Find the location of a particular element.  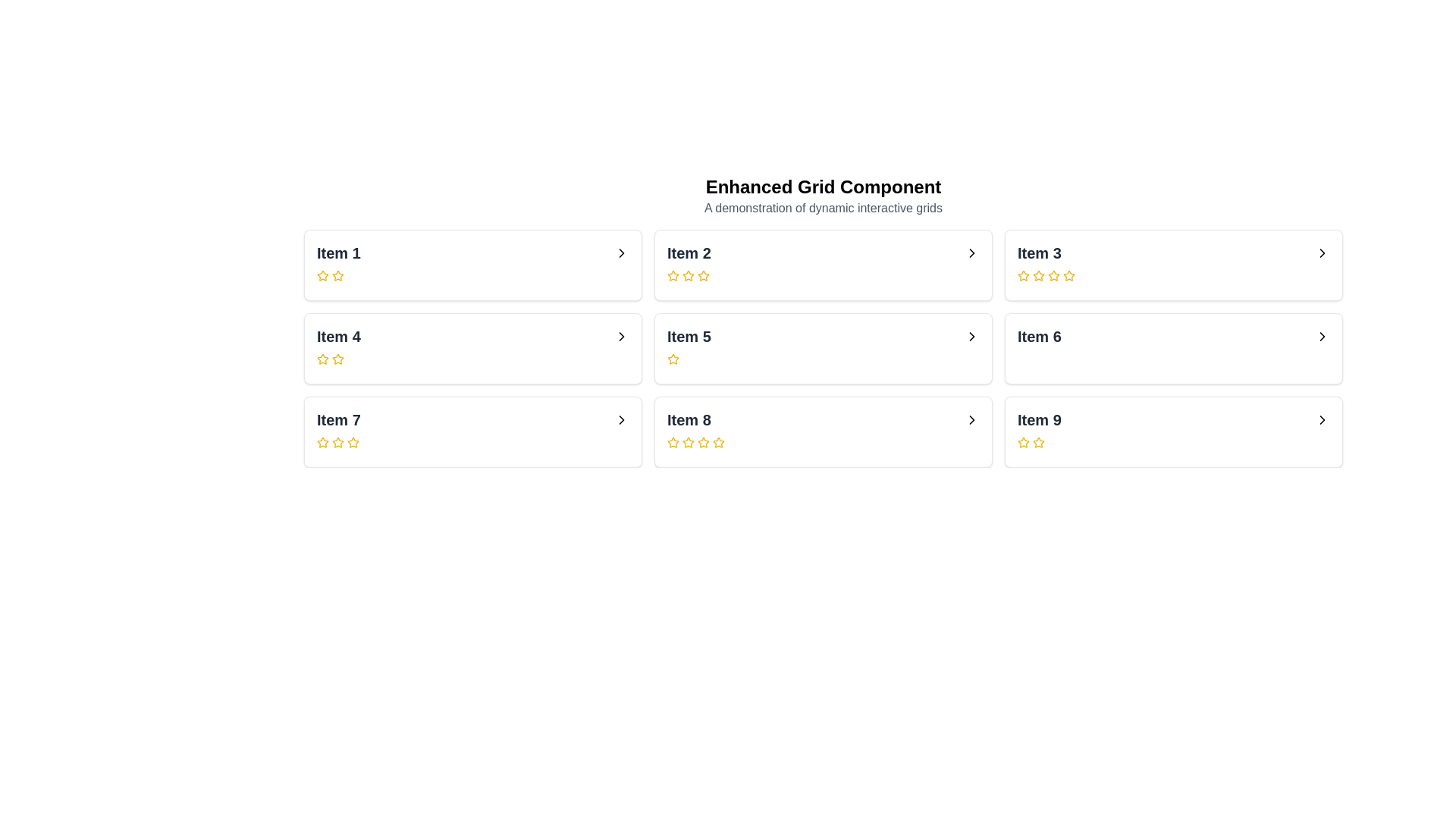

the first rating star in the group of three stars for 'Item 1' is located at coordinates (322, 275).